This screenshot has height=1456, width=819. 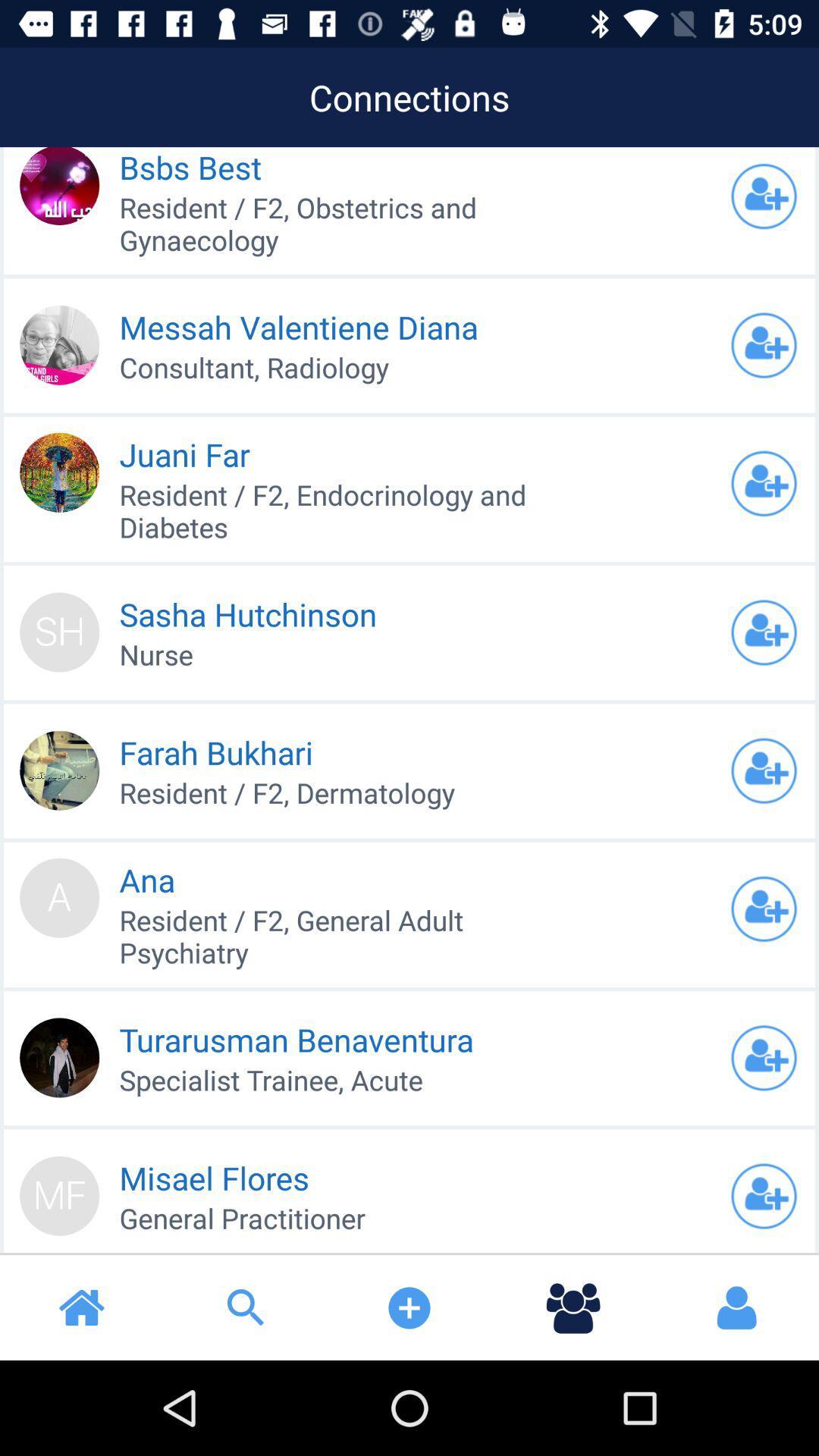 I want to click on the item below the general practitioner app, so click(x=82, y=1307).